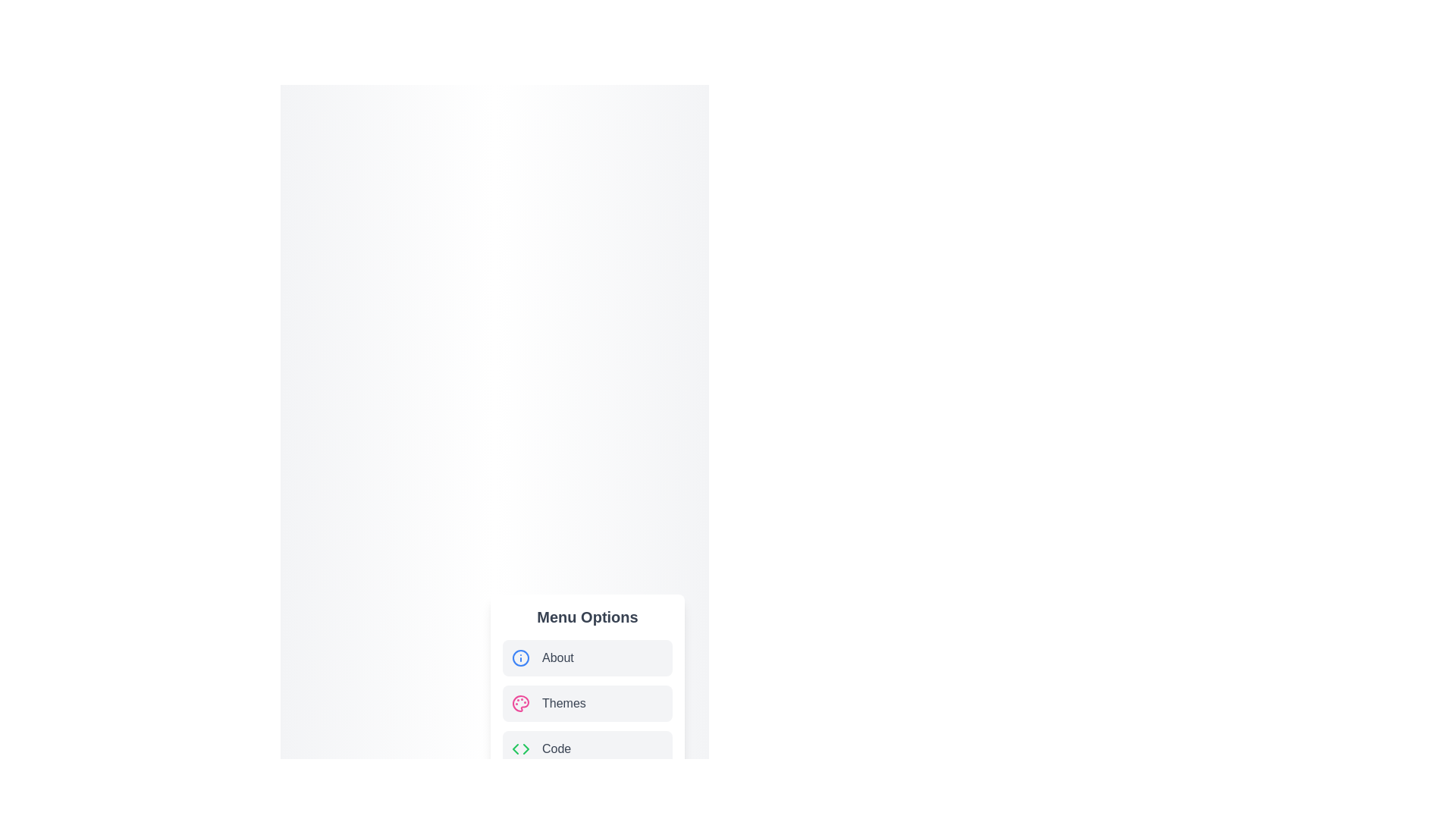  What do you see at coordinates (556, 748) in the screenshot?
I see `text label that describes the coding menu item, which is located at the bottom of a vertical menu with a grey background, aligned to the right of a code symbol icon` at bounding box center [556, 748].